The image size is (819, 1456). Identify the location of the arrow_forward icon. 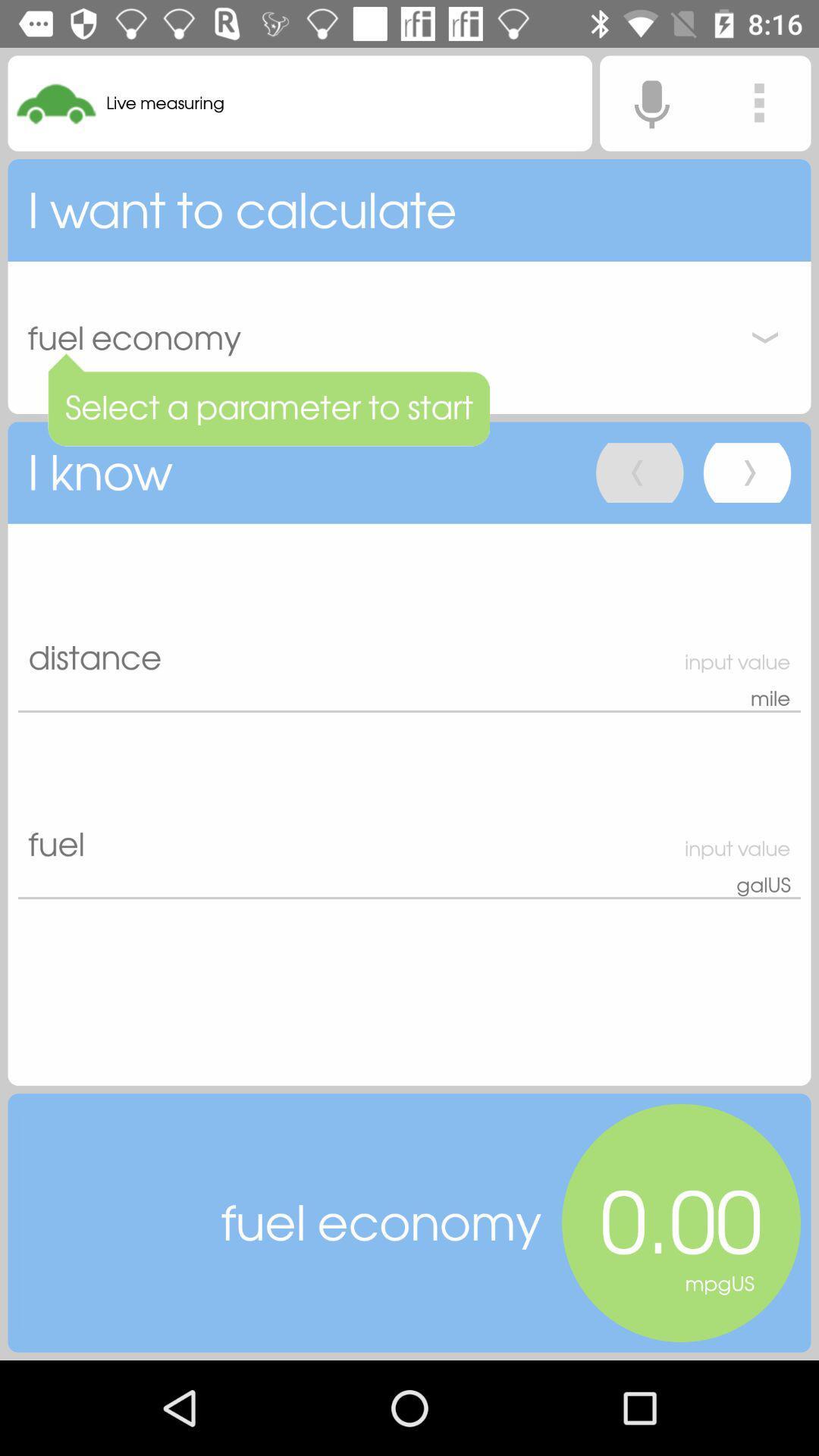
(746, 472).